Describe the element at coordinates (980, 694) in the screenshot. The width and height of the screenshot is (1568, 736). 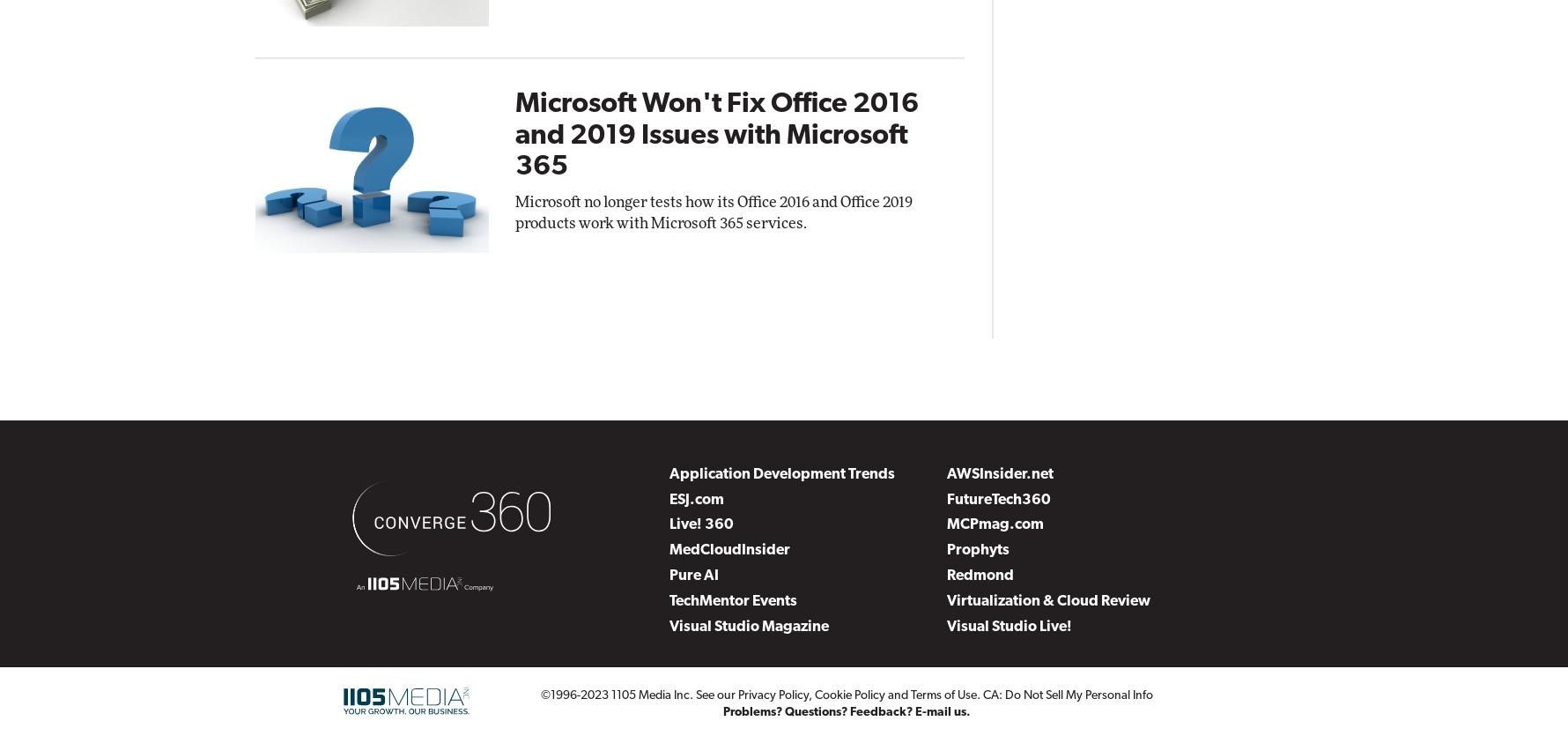
I see `'.'` at that location.